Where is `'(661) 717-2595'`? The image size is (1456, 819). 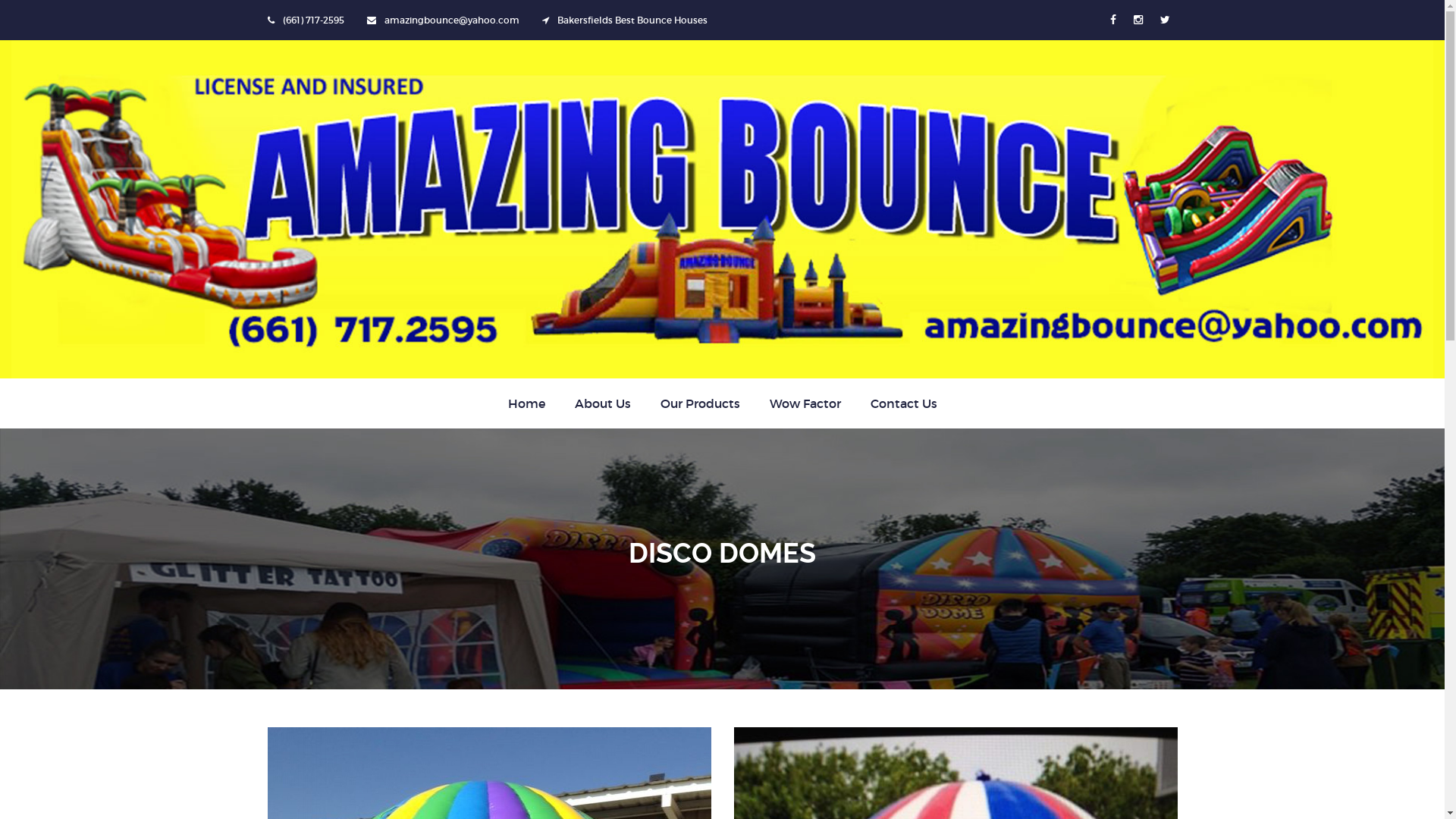 '(661) 717-2595' is located at coordinates (312, 20).